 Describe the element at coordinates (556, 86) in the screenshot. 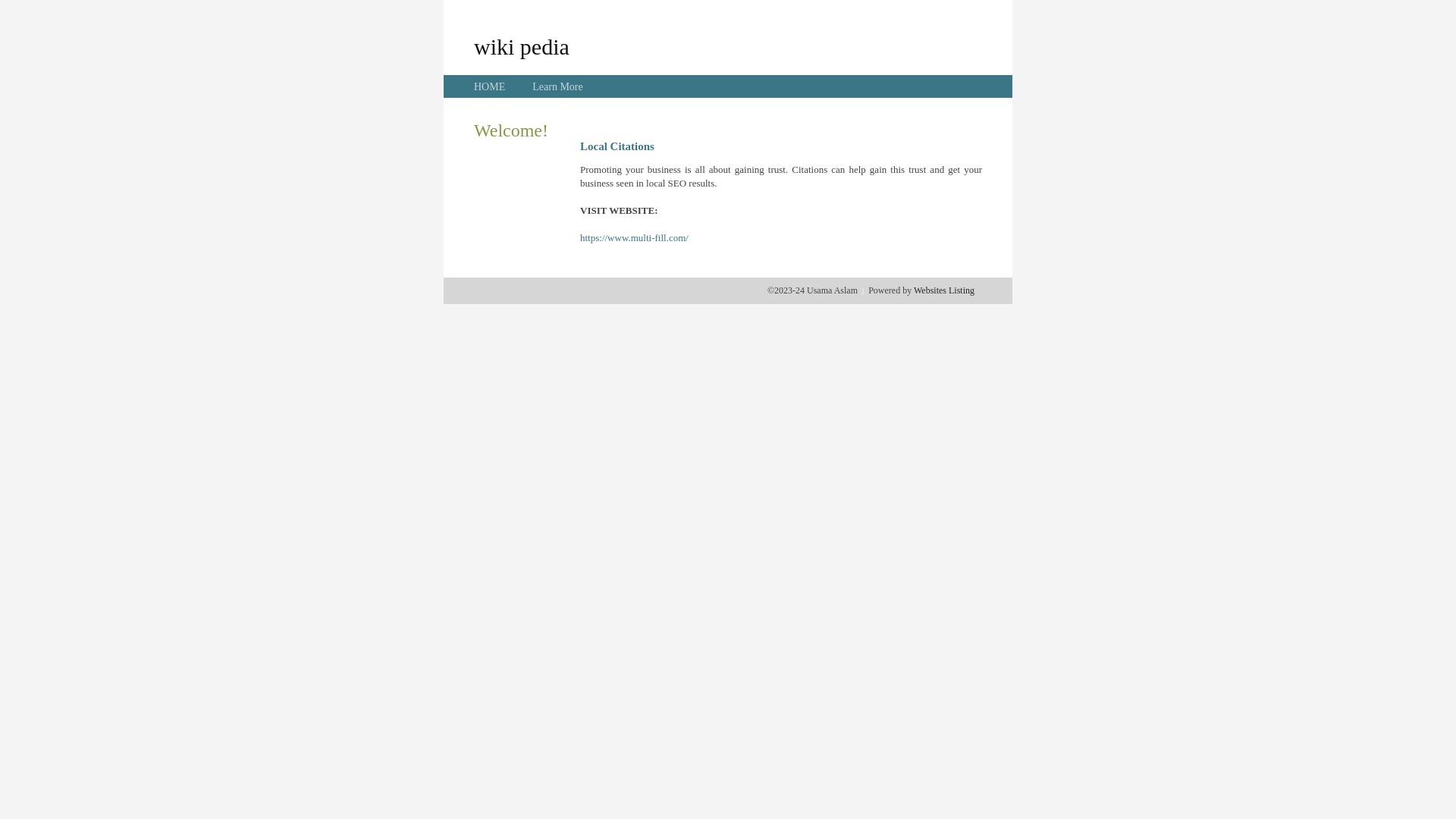

I see `'Learn More'` at that location.